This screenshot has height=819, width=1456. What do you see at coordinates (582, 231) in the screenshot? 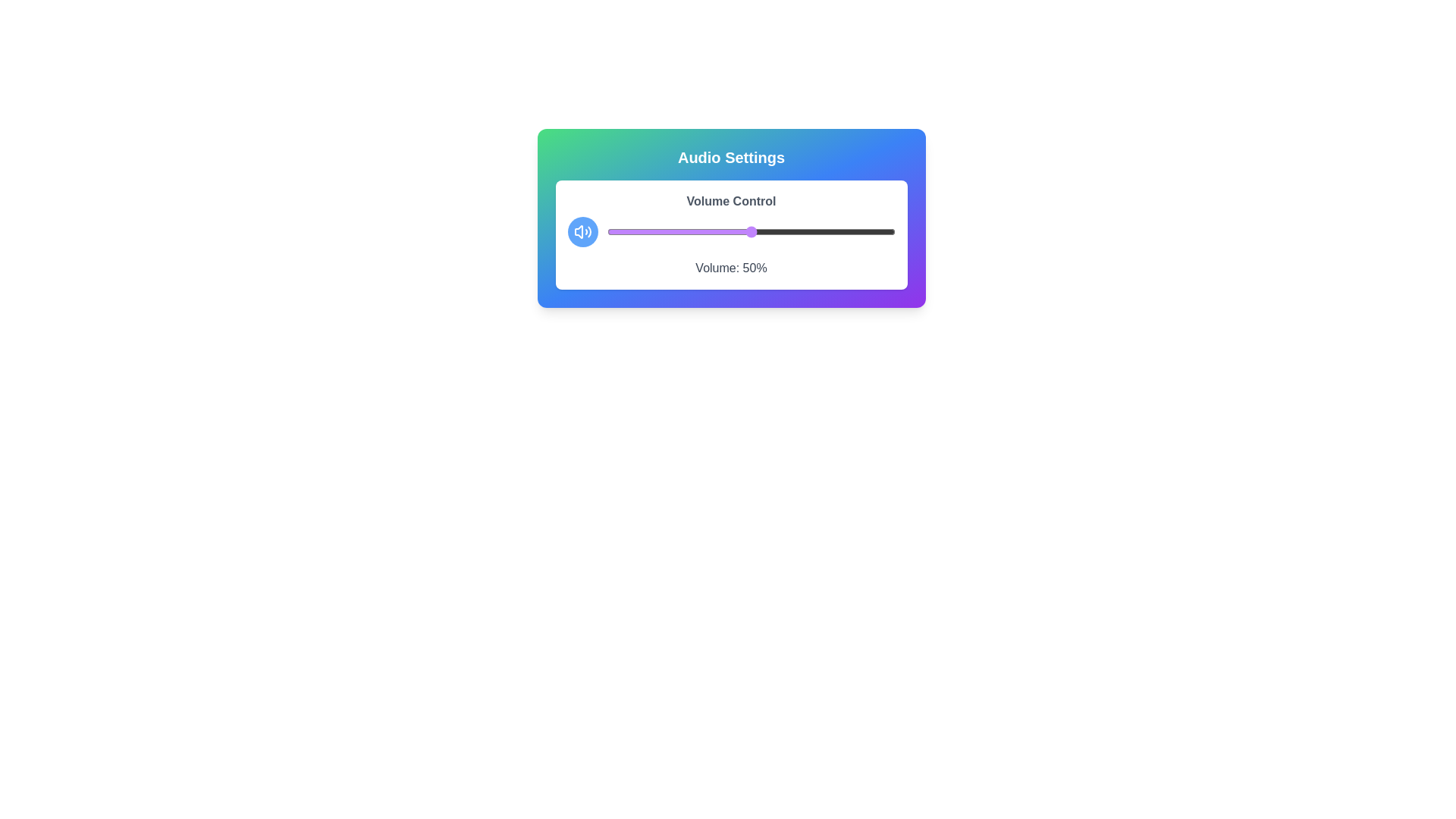
I see `the circular blue button with a white speaker icon` at bounding box center [582, 231].